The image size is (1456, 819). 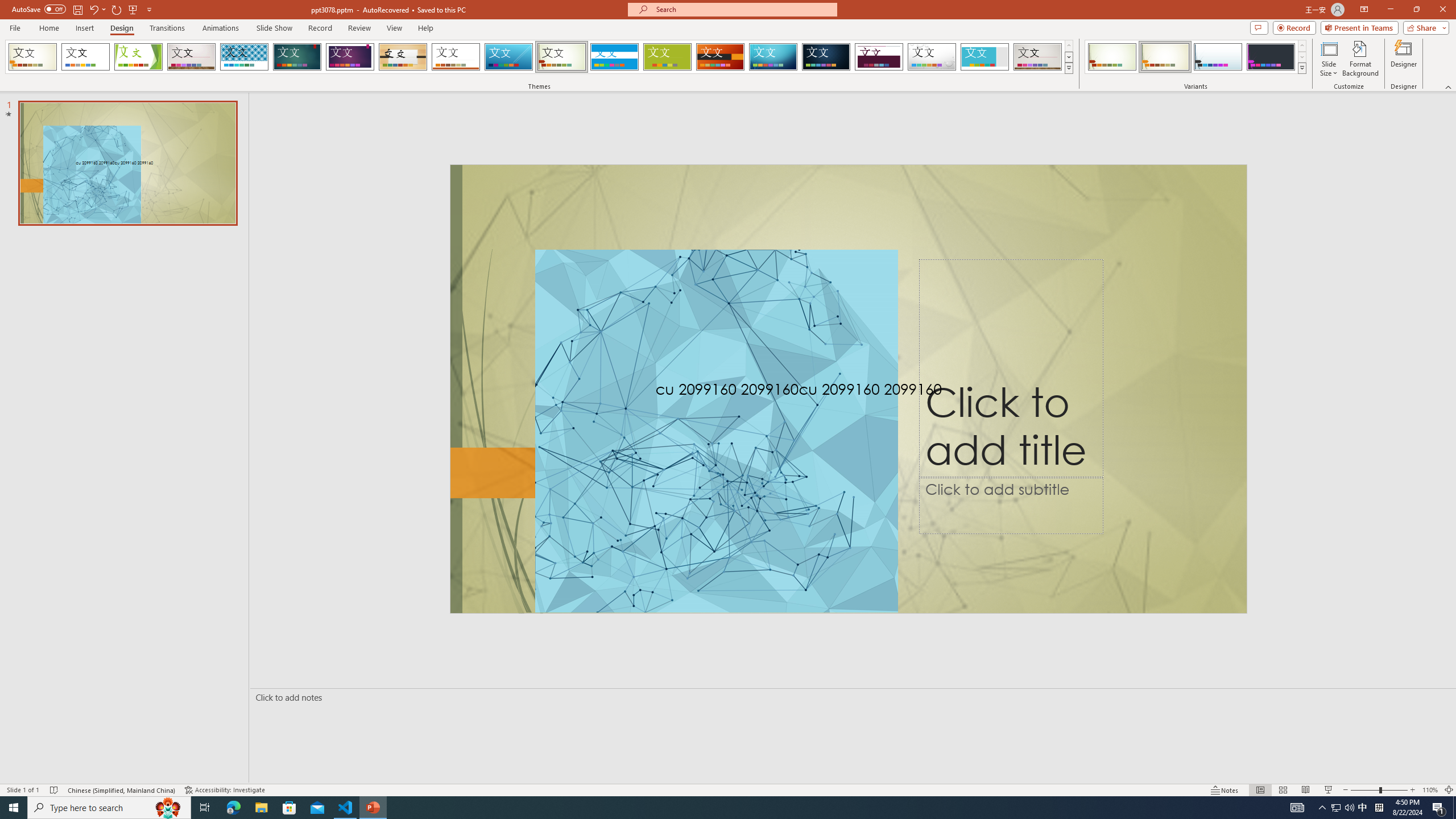 What do you see at coordinates (1069, 67) in the screenshot?
I see `'Themes'` at bounding box center [1069, 67].